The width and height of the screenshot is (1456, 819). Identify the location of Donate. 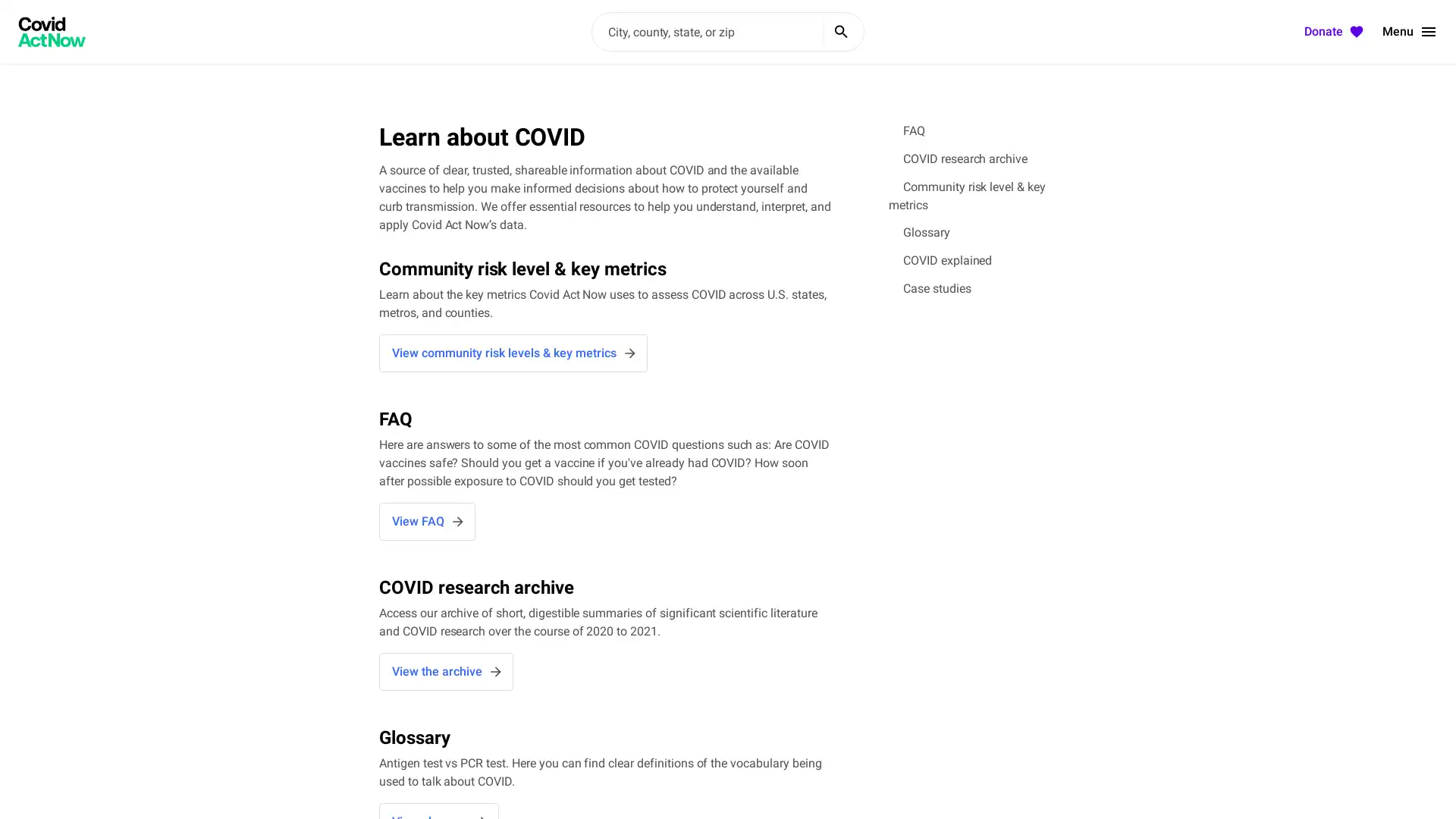
(1335, 32).